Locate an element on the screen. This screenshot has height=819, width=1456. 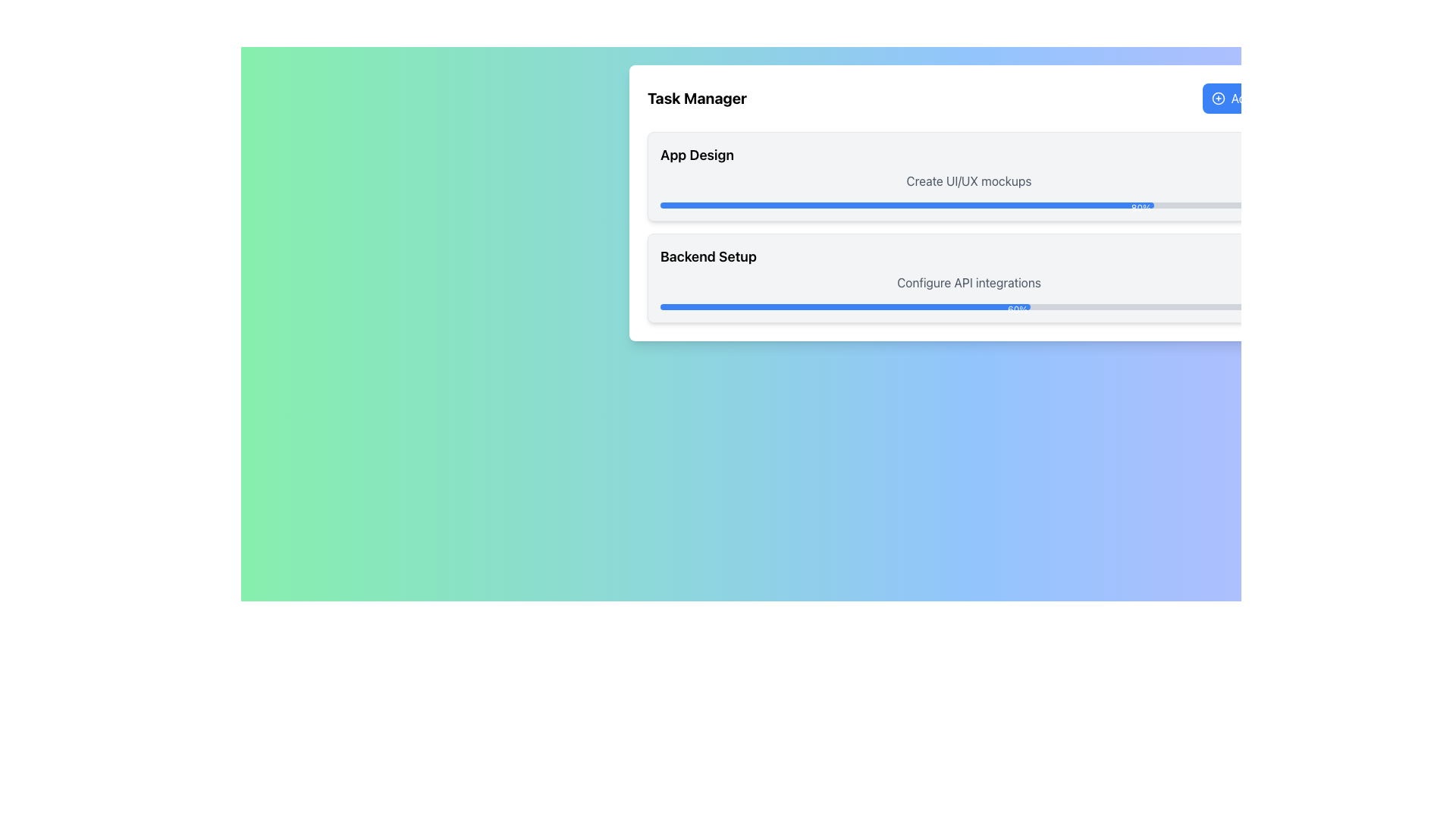
the Task Card containing 'App Design' and 'Create UI/UX mockups' with an 80% progress bar, which is the first item in a vertical list of task cards is located at coordinates (968, 175).